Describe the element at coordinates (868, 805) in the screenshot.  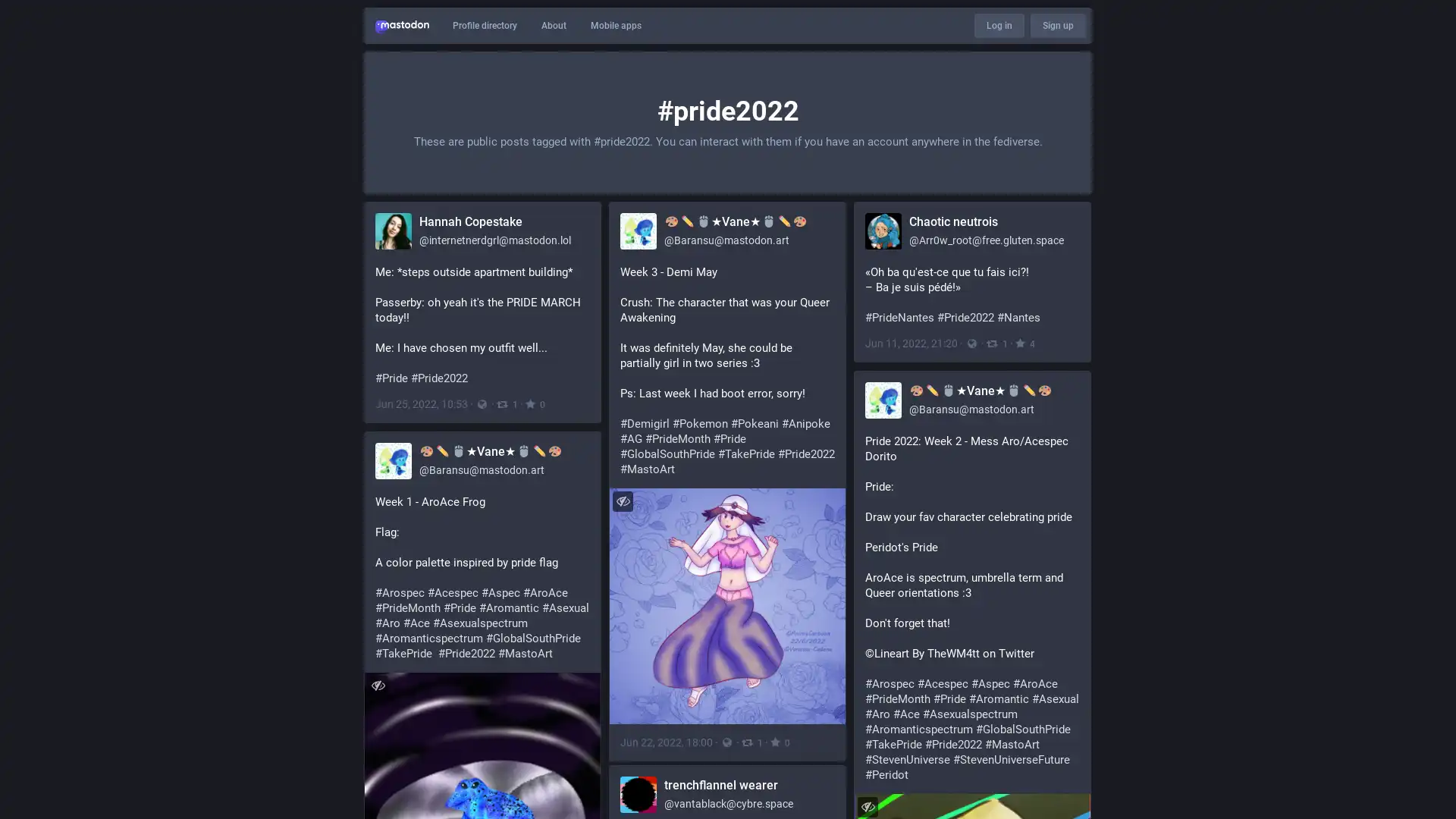
I see `Hide image` at that location.